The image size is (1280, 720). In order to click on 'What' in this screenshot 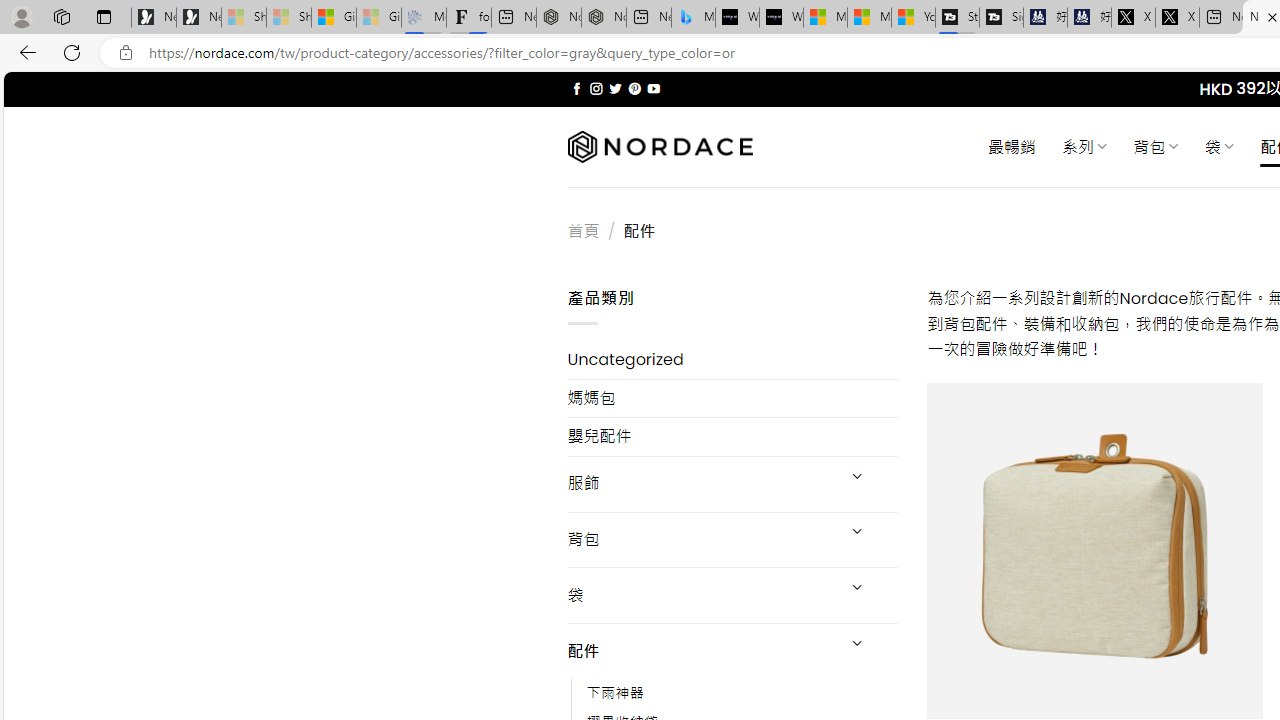, I will do `click(780, 17)`.